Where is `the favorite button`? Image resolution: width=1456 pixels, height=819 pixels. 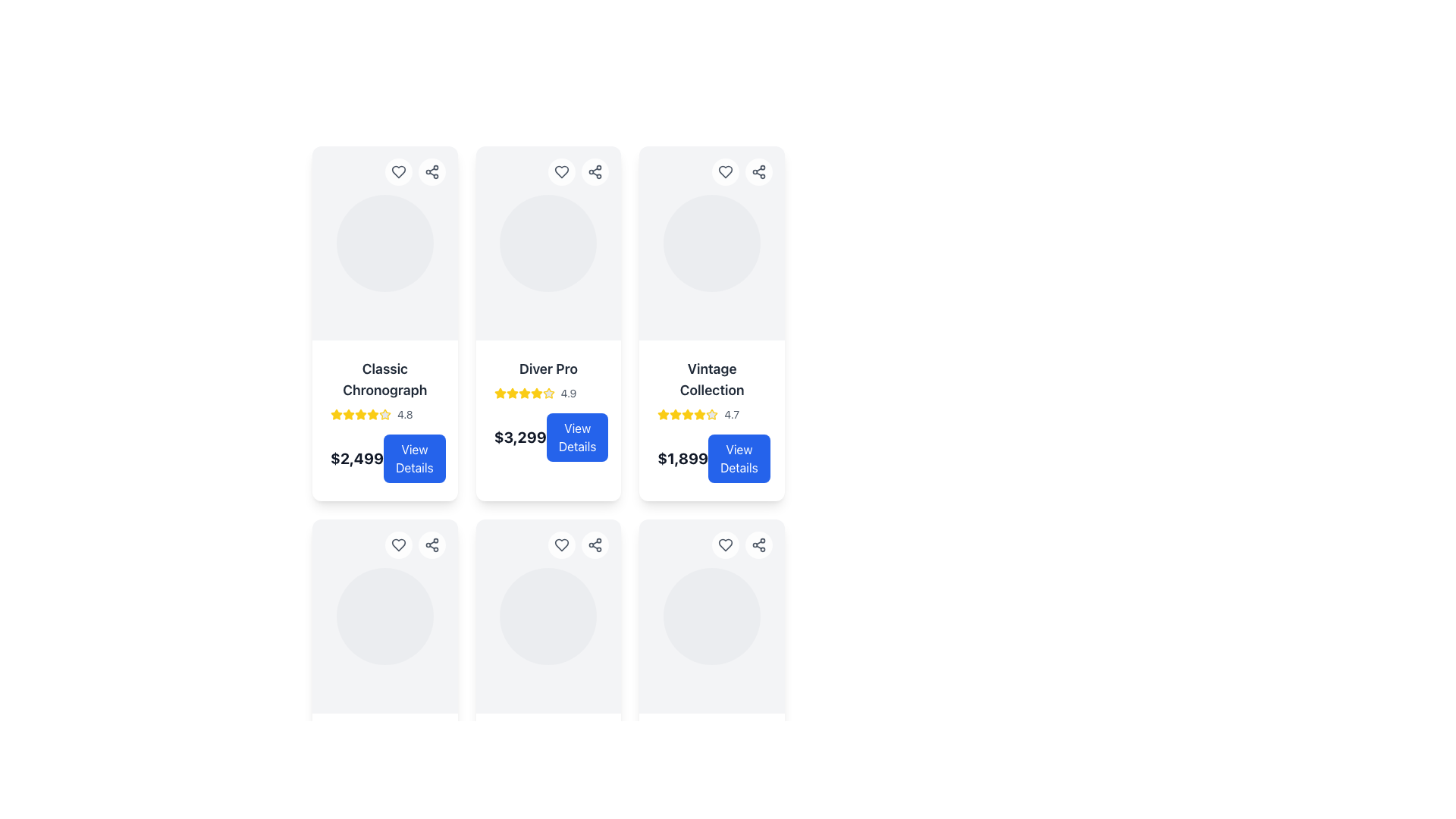
the favorite button is located at coordinates (724, 171).